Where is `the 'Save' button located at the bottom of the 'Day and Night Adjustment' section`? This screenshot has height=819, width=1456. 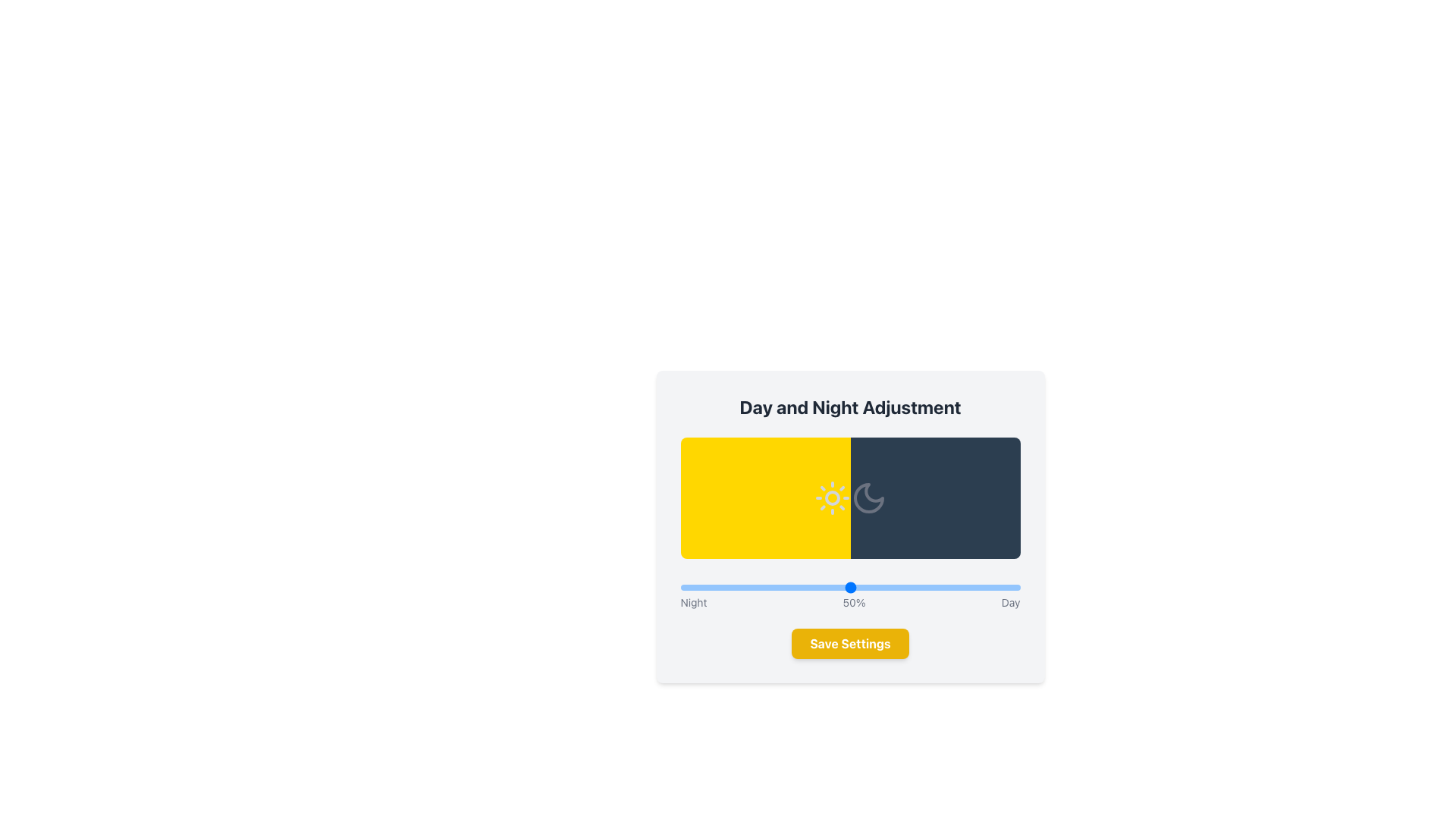 the 'Save' button located at the bottom of the 'Day and Night Adjustment' section is located at coordinates (850, 643).